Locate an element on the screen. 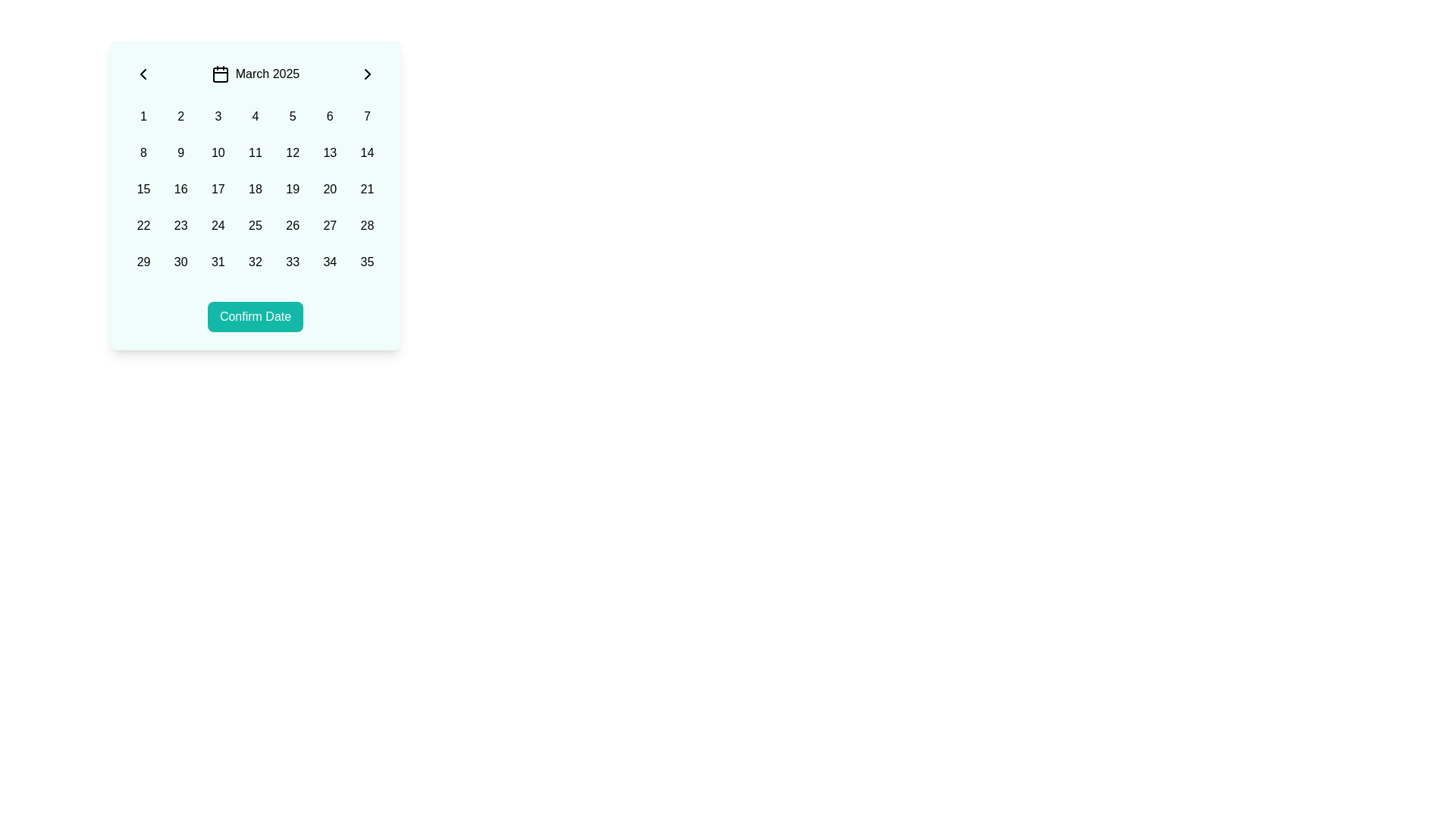 This screenshot has width=1456, height=819. accessibility features of the button that navigates to the next month in the calendar view, located to the far right of the month-year heading is located at coordinates (367, 74).